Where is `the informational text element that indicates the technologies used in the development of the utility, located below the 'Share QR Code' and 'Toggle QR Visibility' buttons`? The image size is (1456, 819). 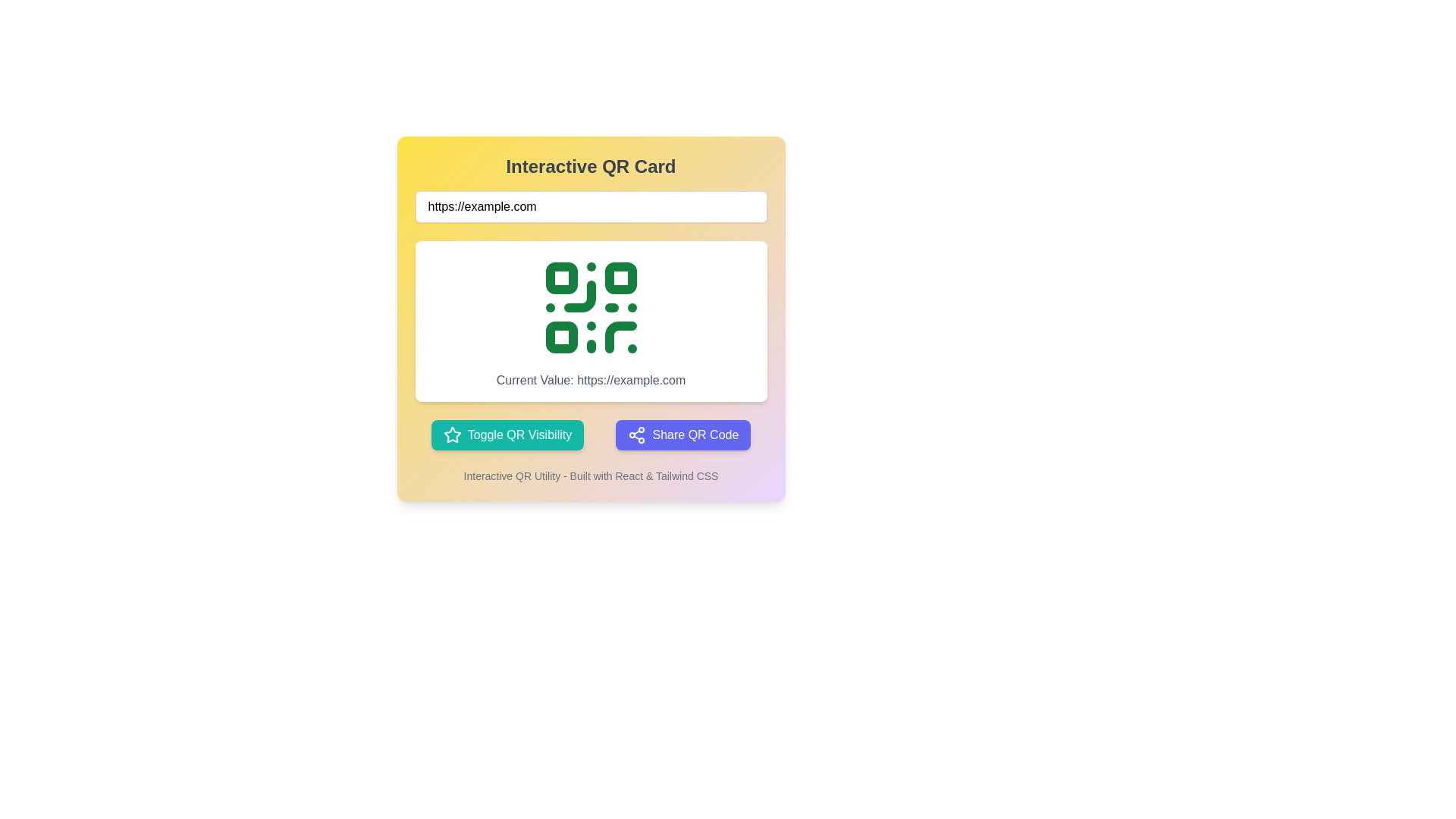
the informational text element that indicates the technologies used in the development of the utility, located below the 'Share QR Code' and 'Toggle QR Visibility' buttons is located at coordinates (590, 475).